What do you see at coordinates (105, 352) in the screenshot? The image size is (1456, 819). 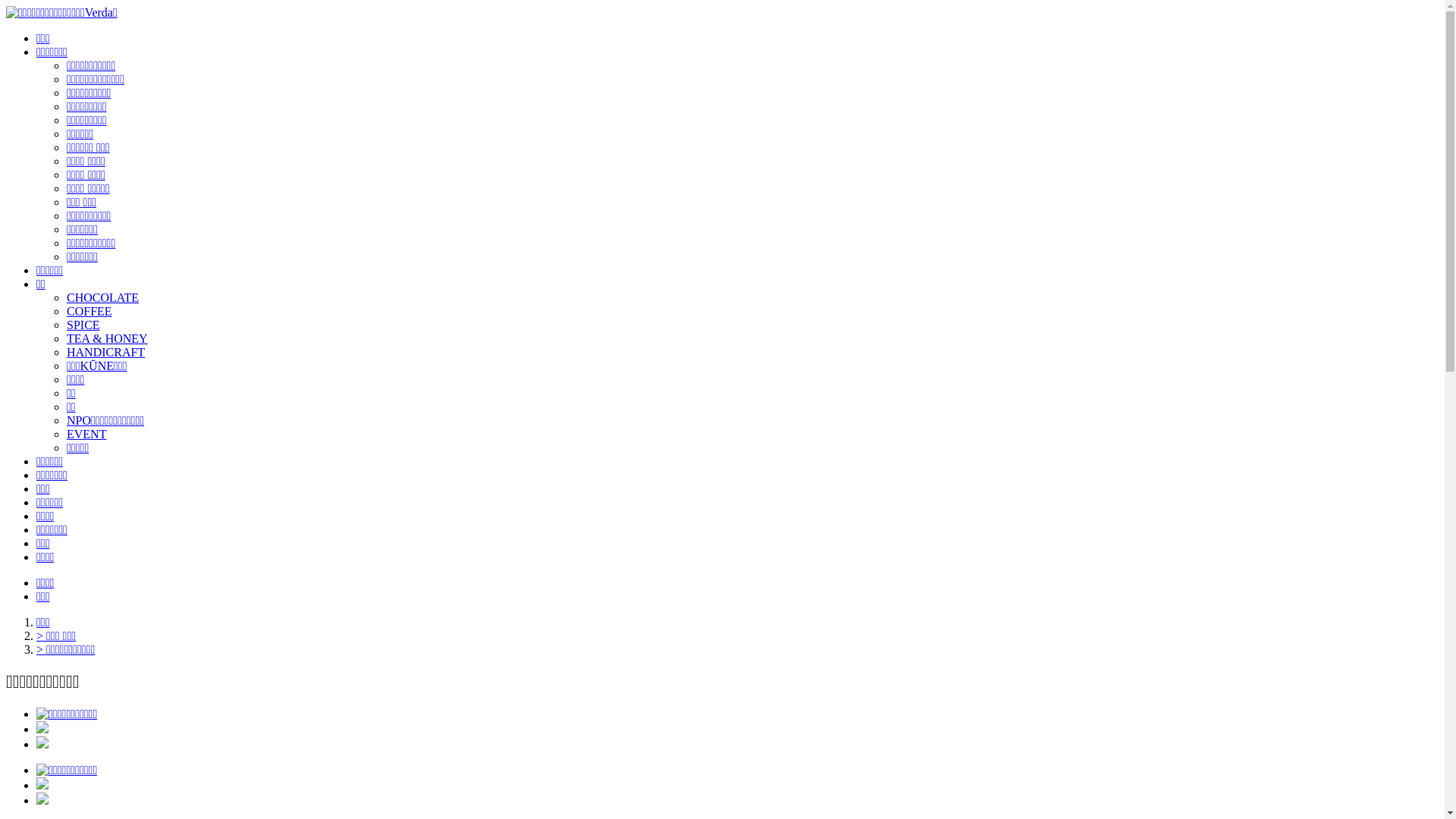 I see `'HANDICRAFT'` at bounding box center [105, 352].